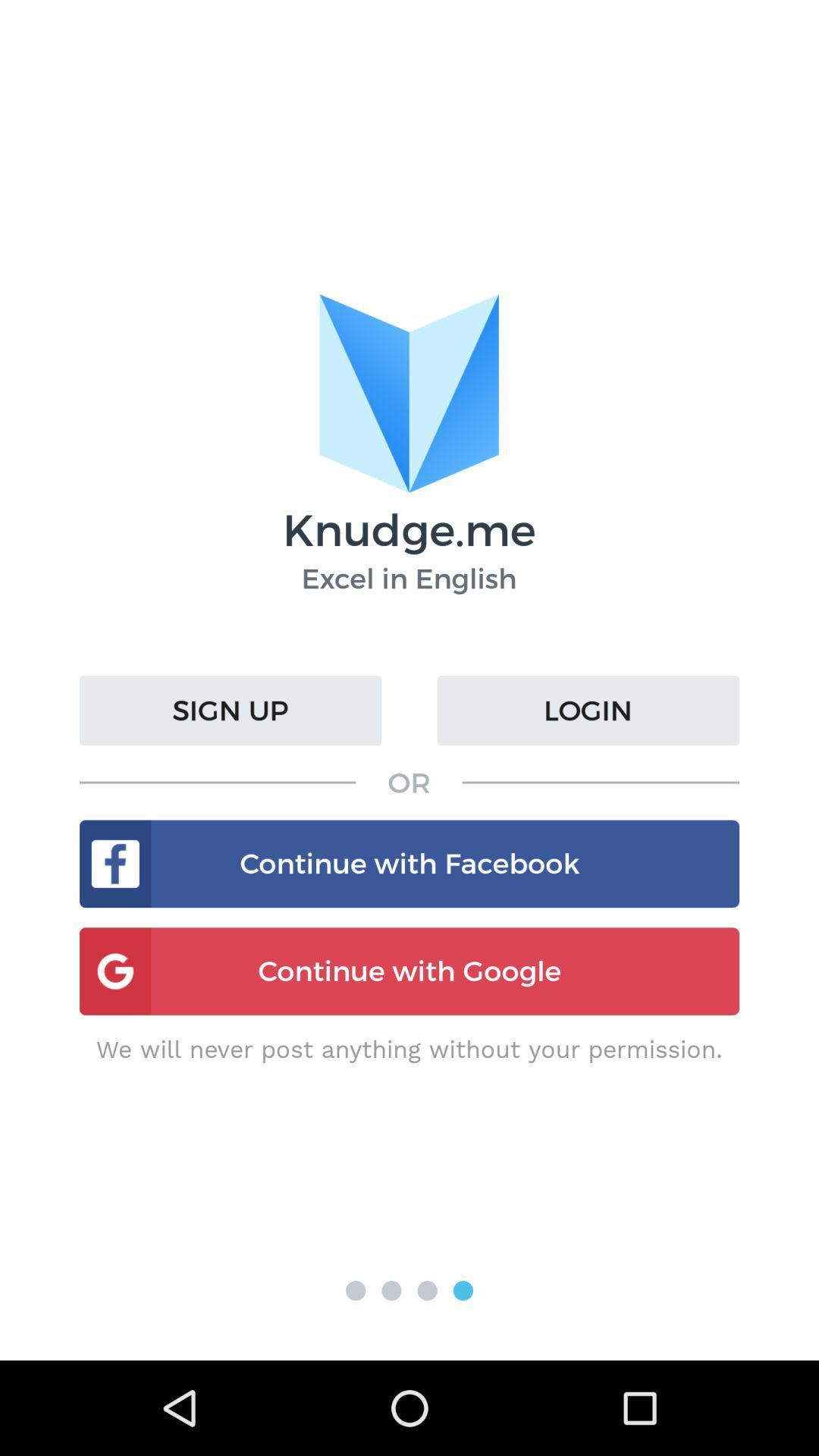 The image size is (819, 1456). I want to click on the item above or icon, so click(231, 710).